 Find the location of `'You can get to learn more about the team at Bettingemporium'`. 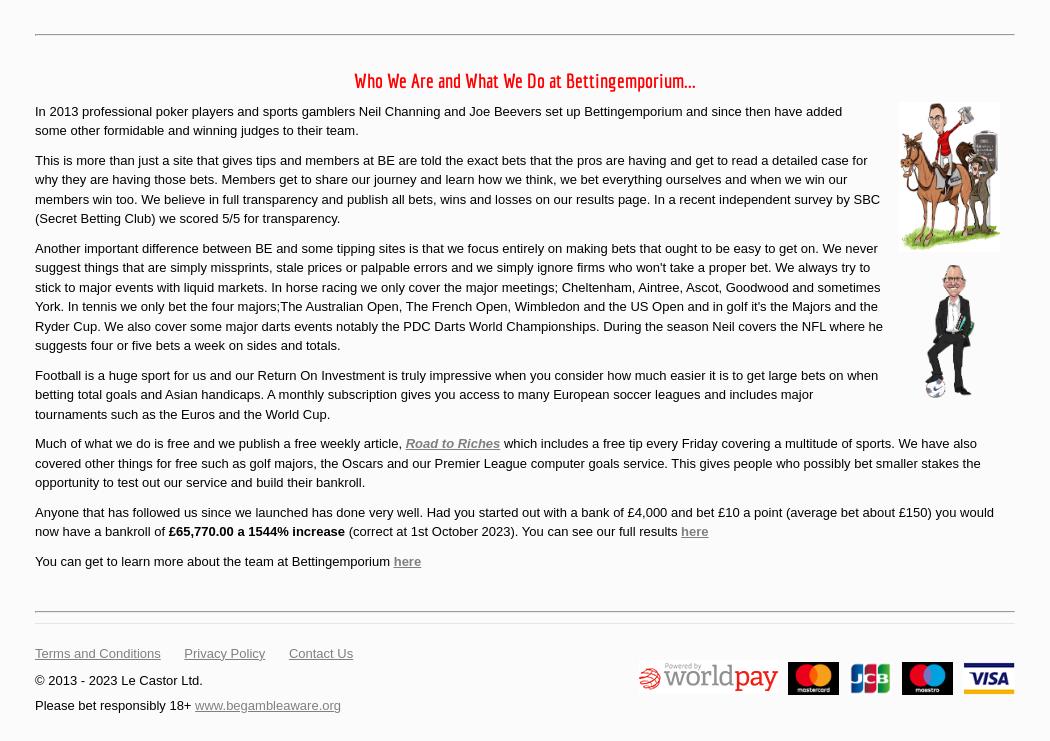

'You can get to learn more about the team at Bettingemporium' is located at coordinates (212, 560).